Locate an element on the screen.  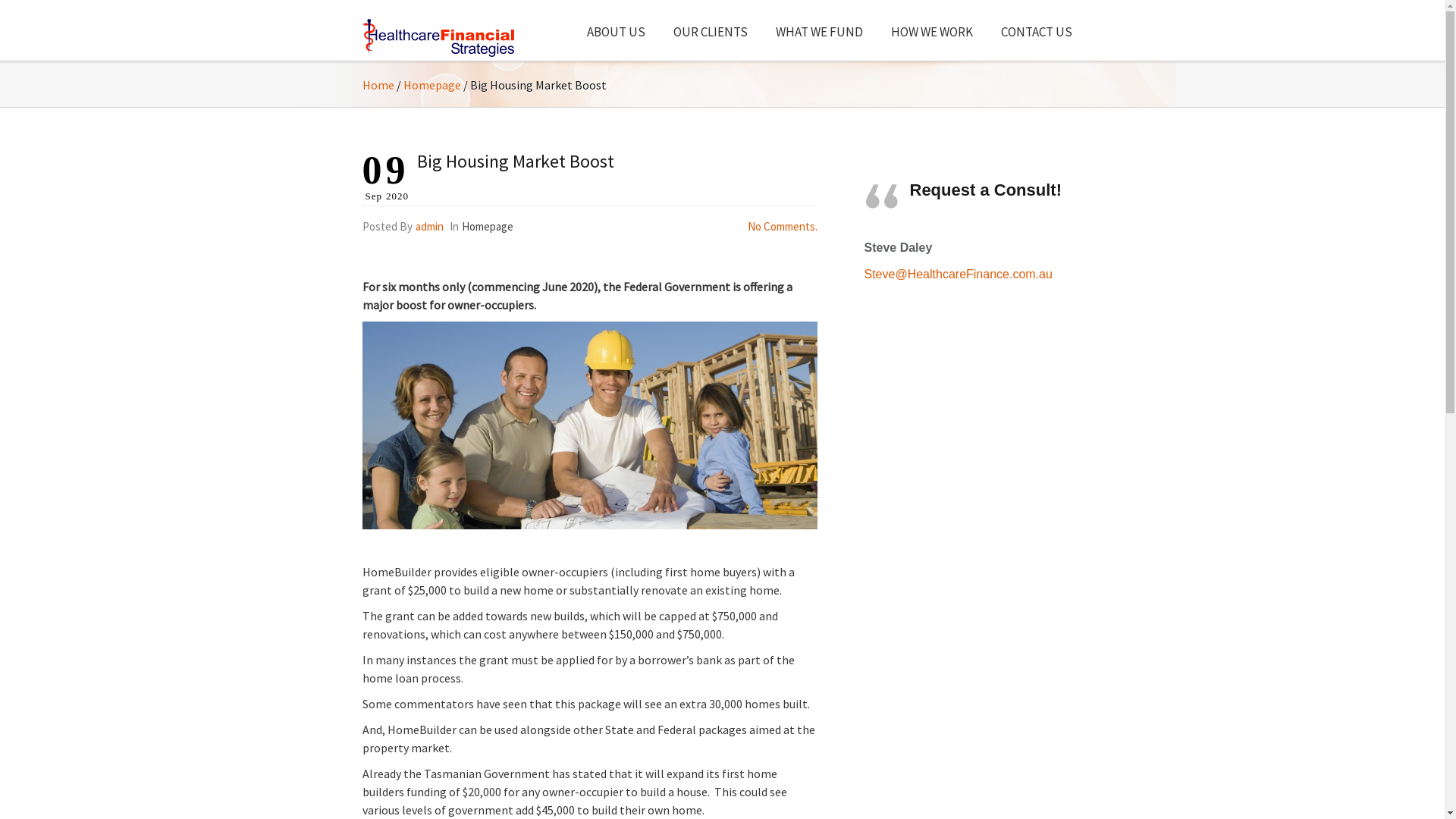
'CONTACT US' is located at coordinates (1035, 29).